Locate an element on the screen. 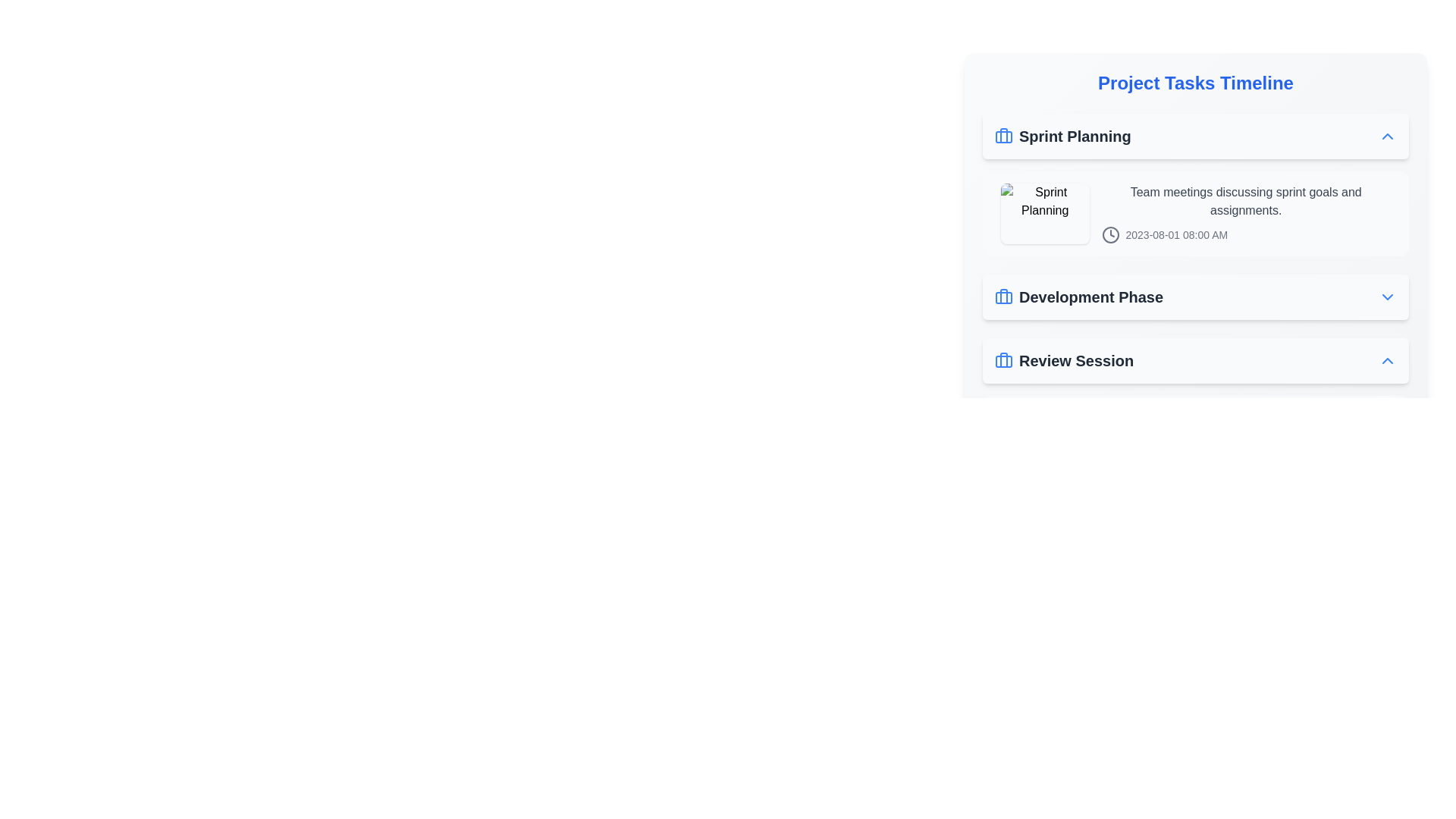 The height and width of the screenshot is (819, 1456). the blue briefcase icon located to the left of the 'Review Session' label in the 'Project Tasks Timeline' section is located at coordinates (1004, 360).